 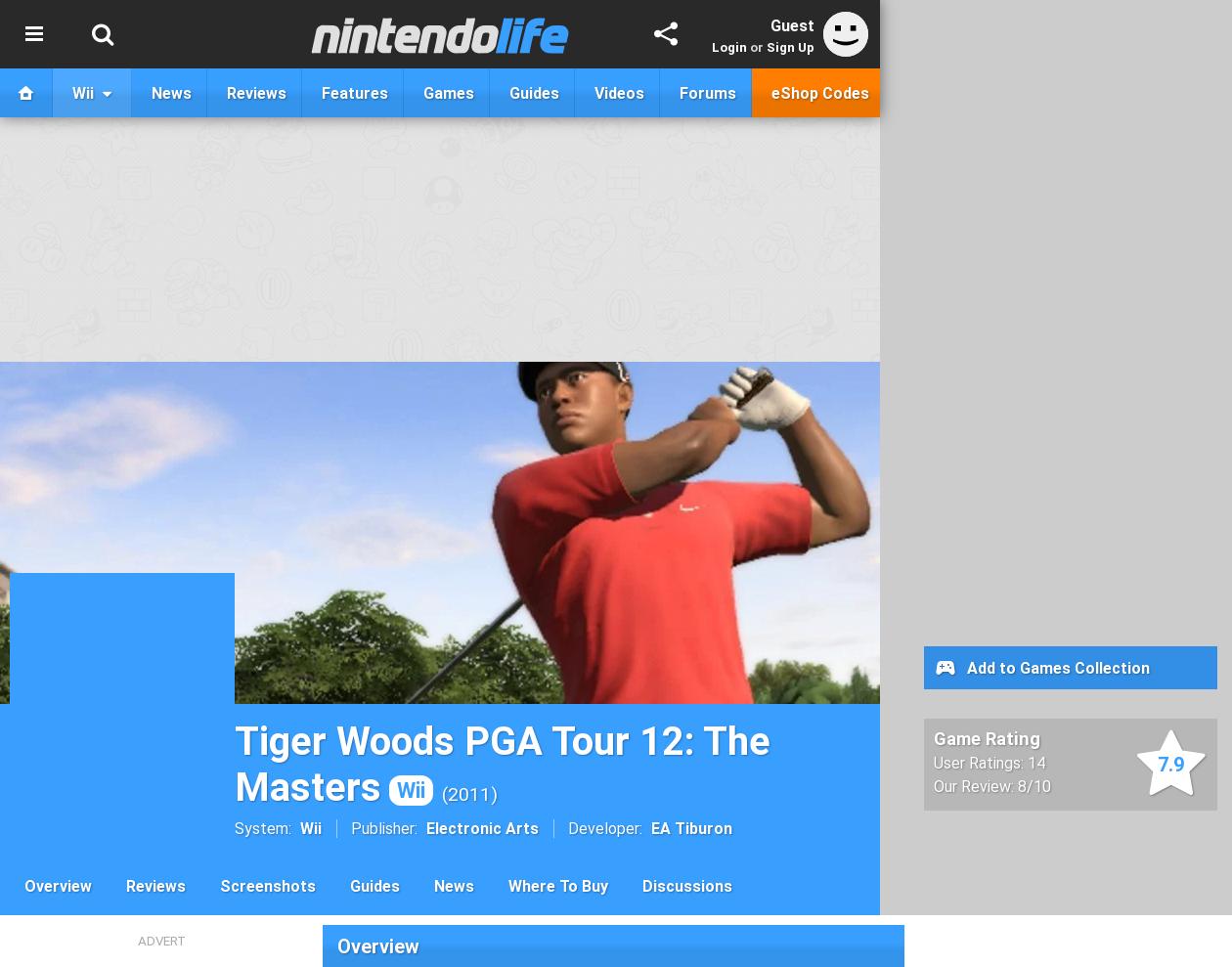 I want to click on 'Our Review:', so click(x=976, y=785).